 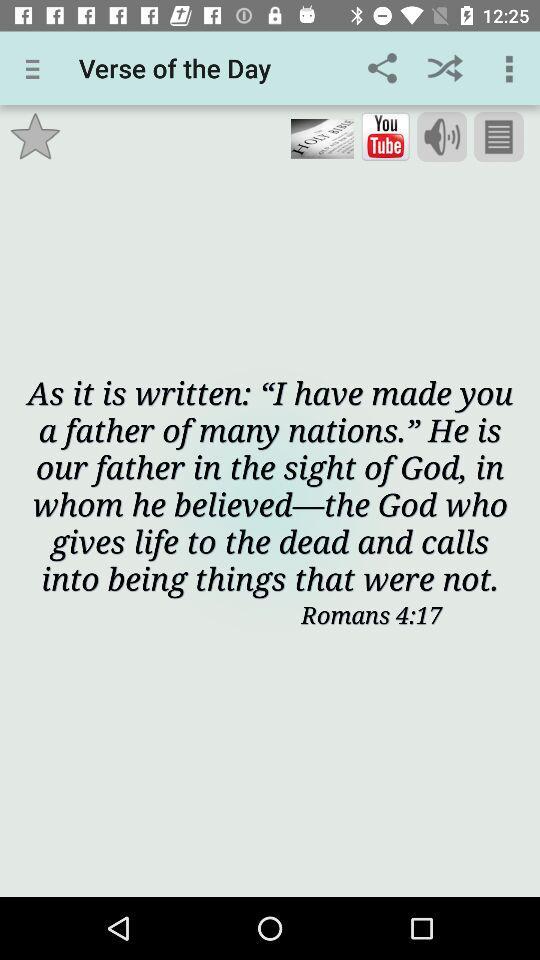 I want to click on icon above the as it is item, so click(x=497, y=136).